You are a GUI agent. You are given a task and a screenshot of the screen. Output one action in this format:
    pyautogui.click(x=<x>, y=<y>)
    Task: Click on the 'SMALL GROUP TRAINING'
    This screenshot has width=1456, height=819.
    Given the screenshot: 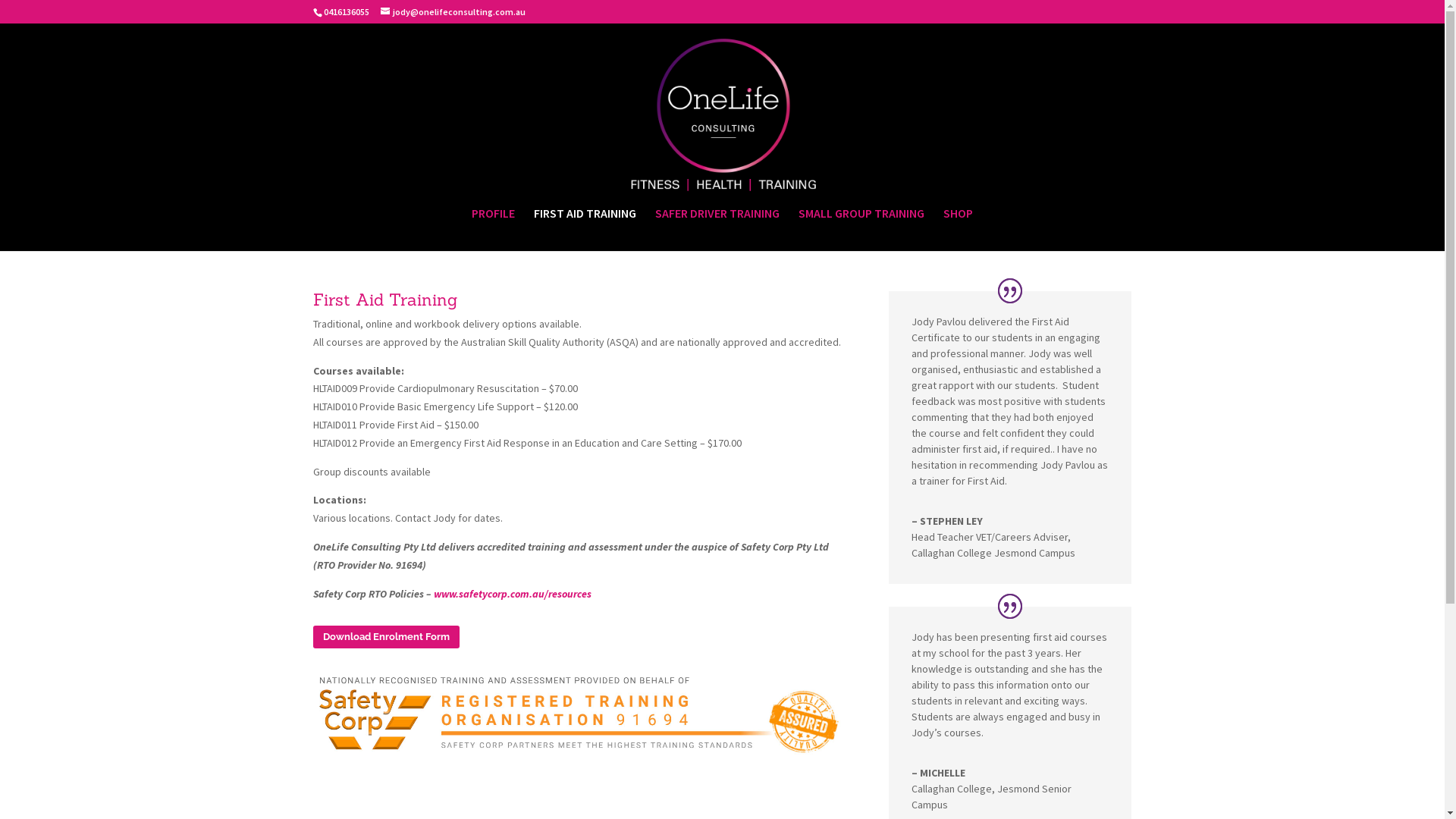 What is the action you would take?
    pyautogui.click(x=861, y=229)
    